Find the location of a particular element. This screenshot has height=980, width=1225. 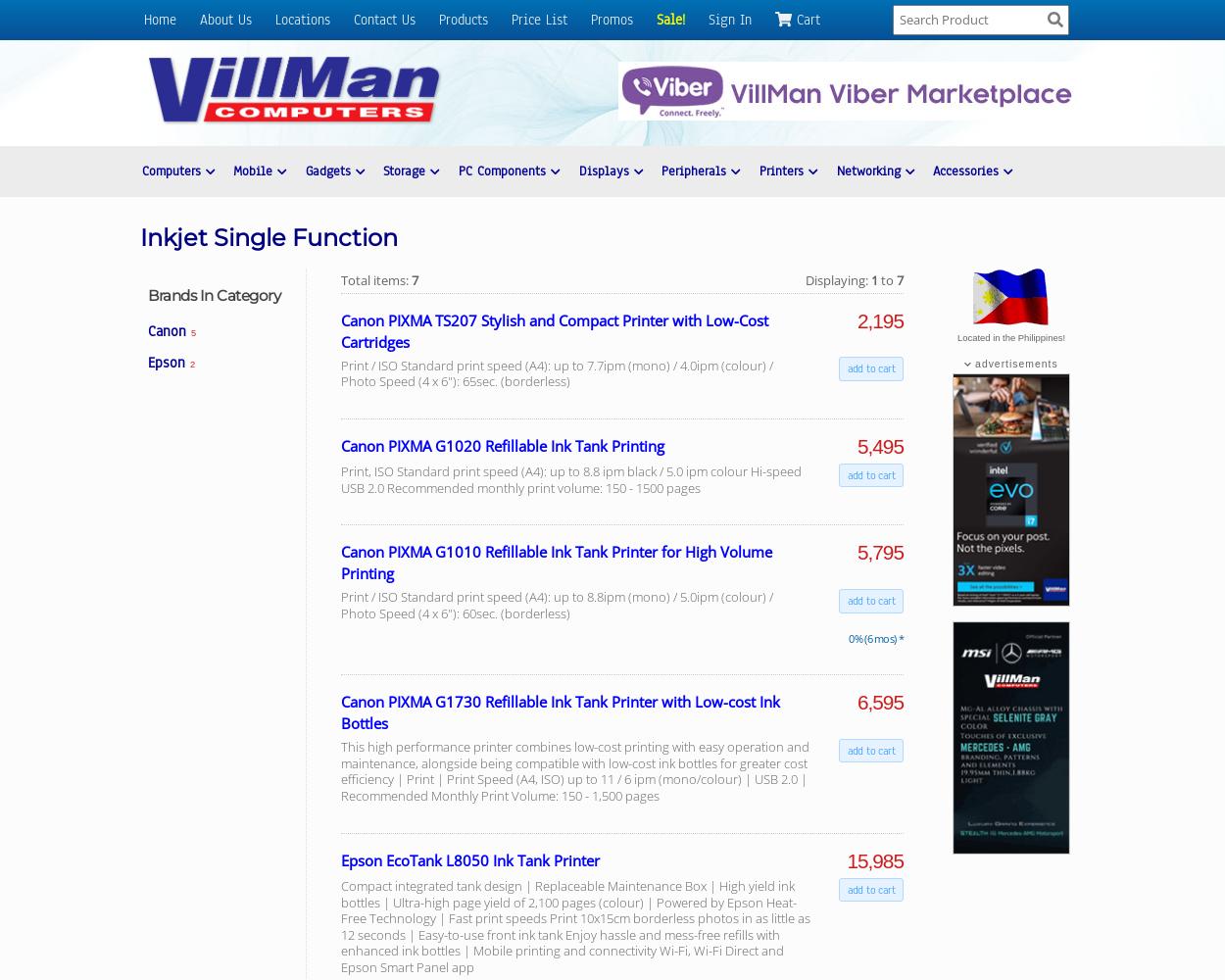

'Brands In Category' is located at coordinates (213, 295).